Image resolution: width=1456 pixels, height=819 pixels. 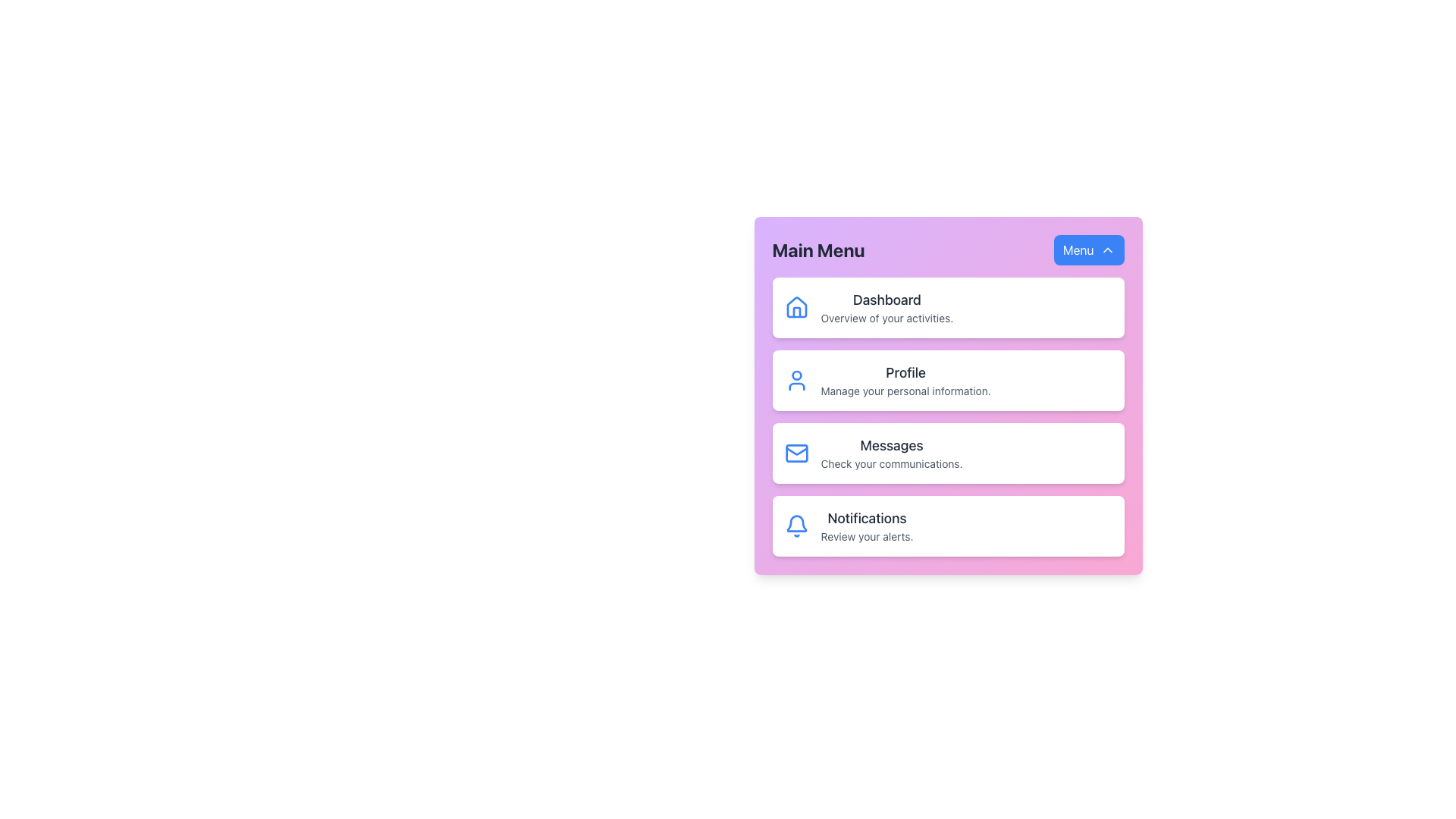 I want to click on the 'Menu' button with a bright blue background and a chevron icon located, so click(x=1087, y=249).